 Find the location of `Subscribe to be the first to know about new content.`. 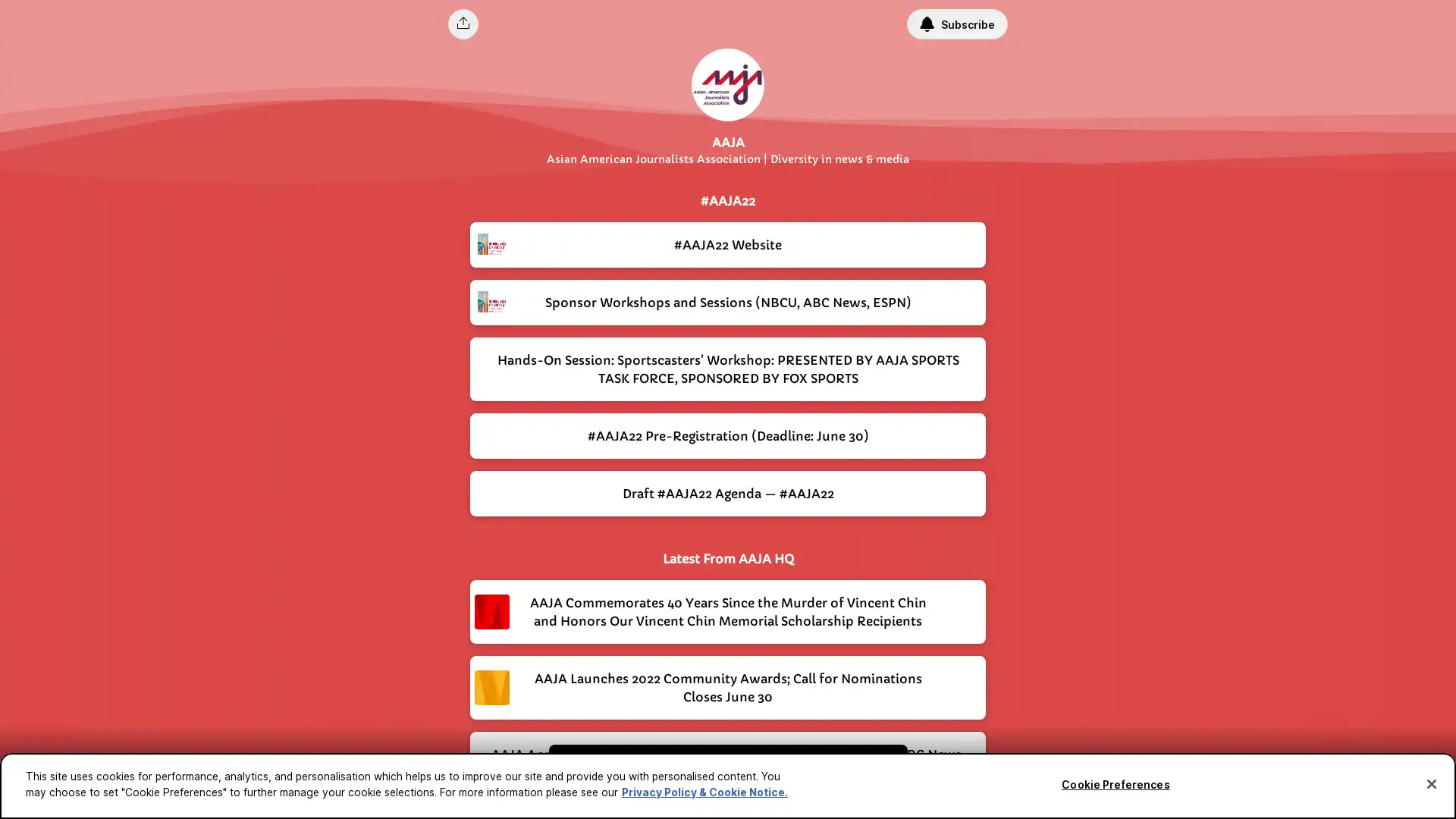

Subscribe to be the first to know about new content. is located at coordinates (717, 772).